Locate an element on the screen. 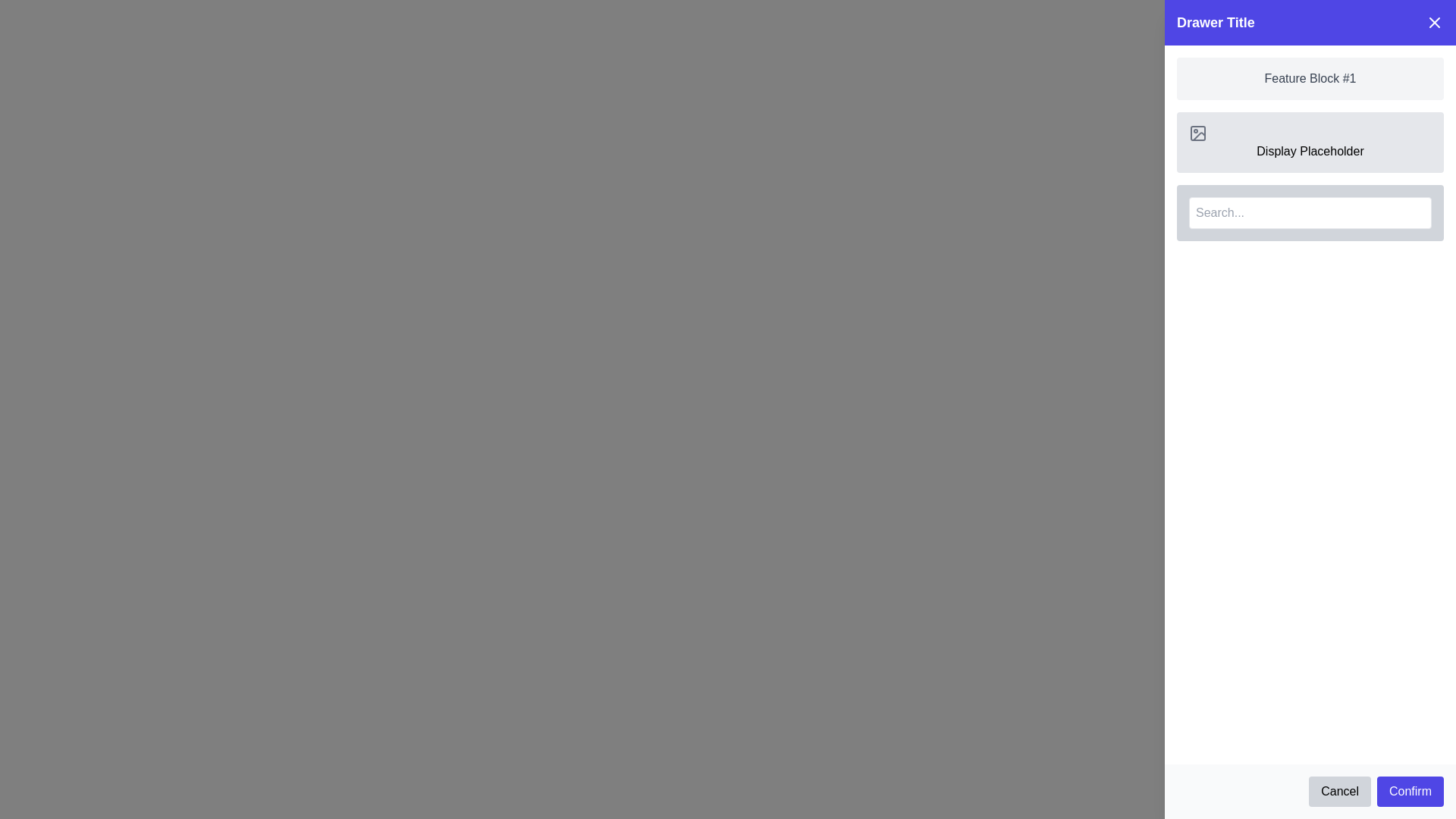  the Text block with the label 'Feature Block #1', which is a rectangular block with rounded corners and a gray background, located in the right panel underneath the header title 'Drawer Title' is located at coordinates (1310, 79).